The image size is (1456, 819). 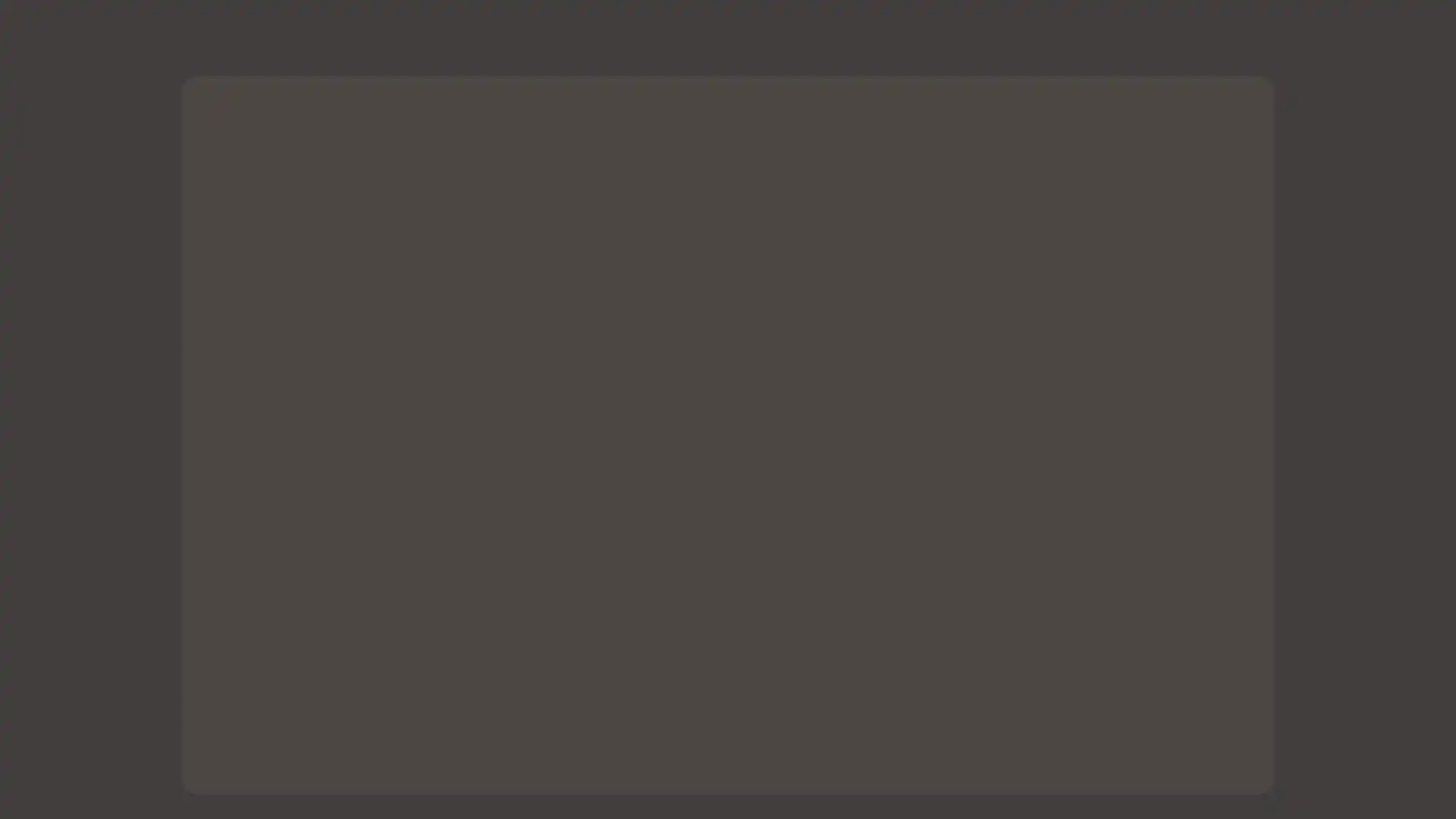 What do you see at coordinates (765, 714) in the screenshot?
I see `Merit` at bounding box center [765, 714].